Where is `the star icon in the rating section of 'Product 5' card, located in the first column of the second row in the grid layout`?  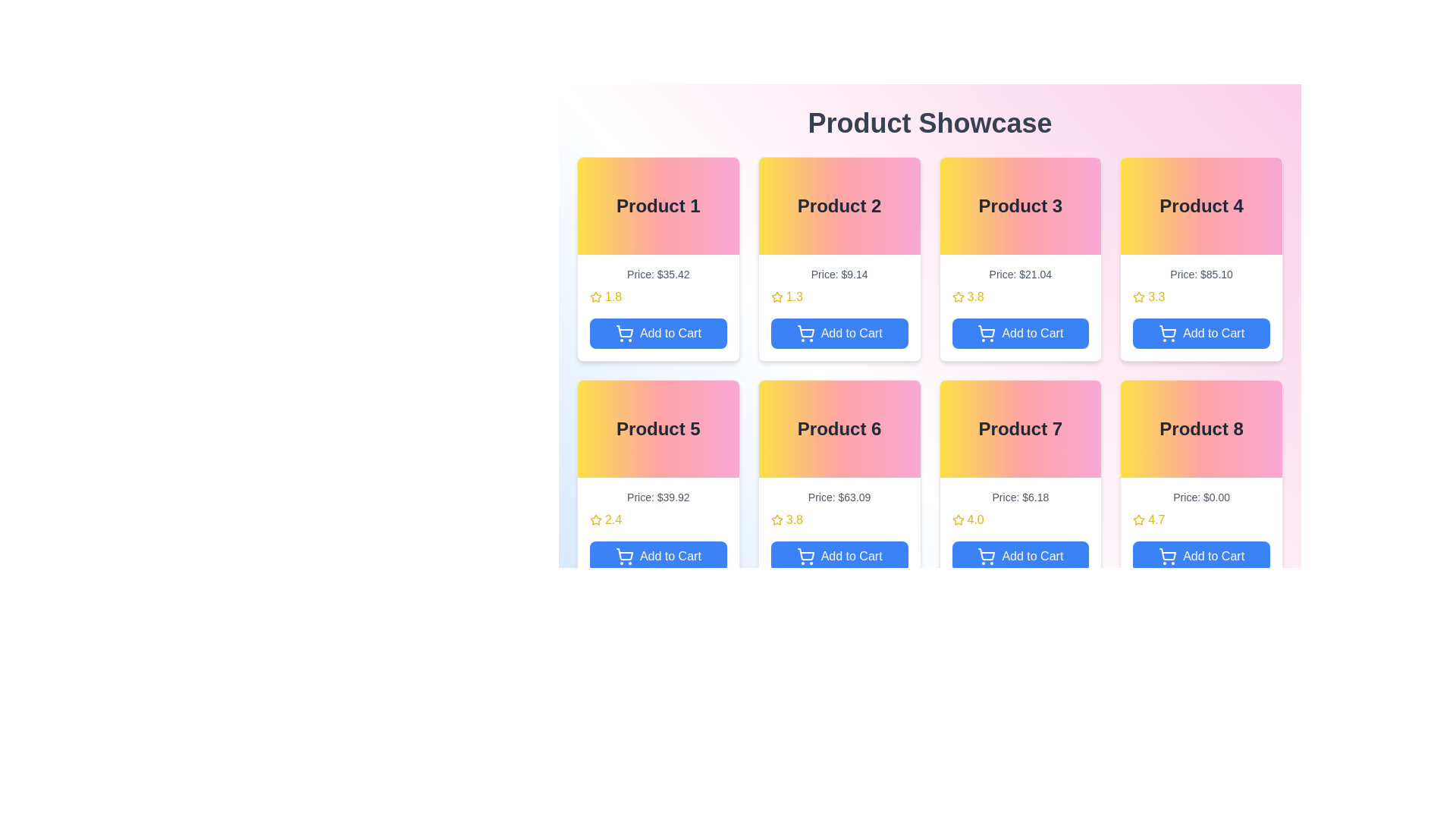
the star icon in the rating section of 'Product 5' card, located in the first column of the second row in the grid layout is located at coordinates (595, 519).